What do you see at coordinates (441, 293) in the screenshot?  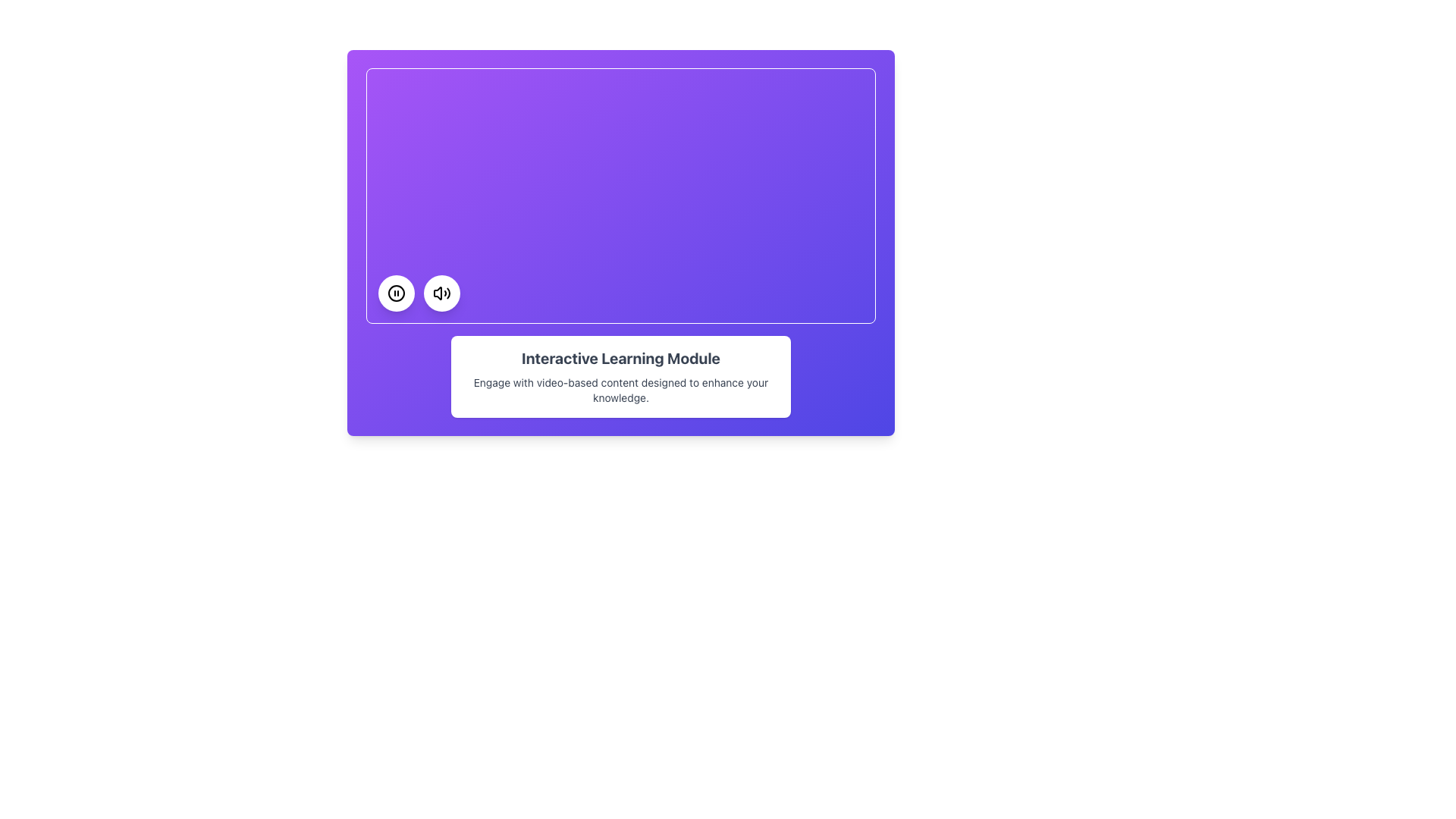 I see `the speaker icon with sound waves located inside the white circular button at the bottom-right corner of the purple content area` at bounding box center [441, 293].